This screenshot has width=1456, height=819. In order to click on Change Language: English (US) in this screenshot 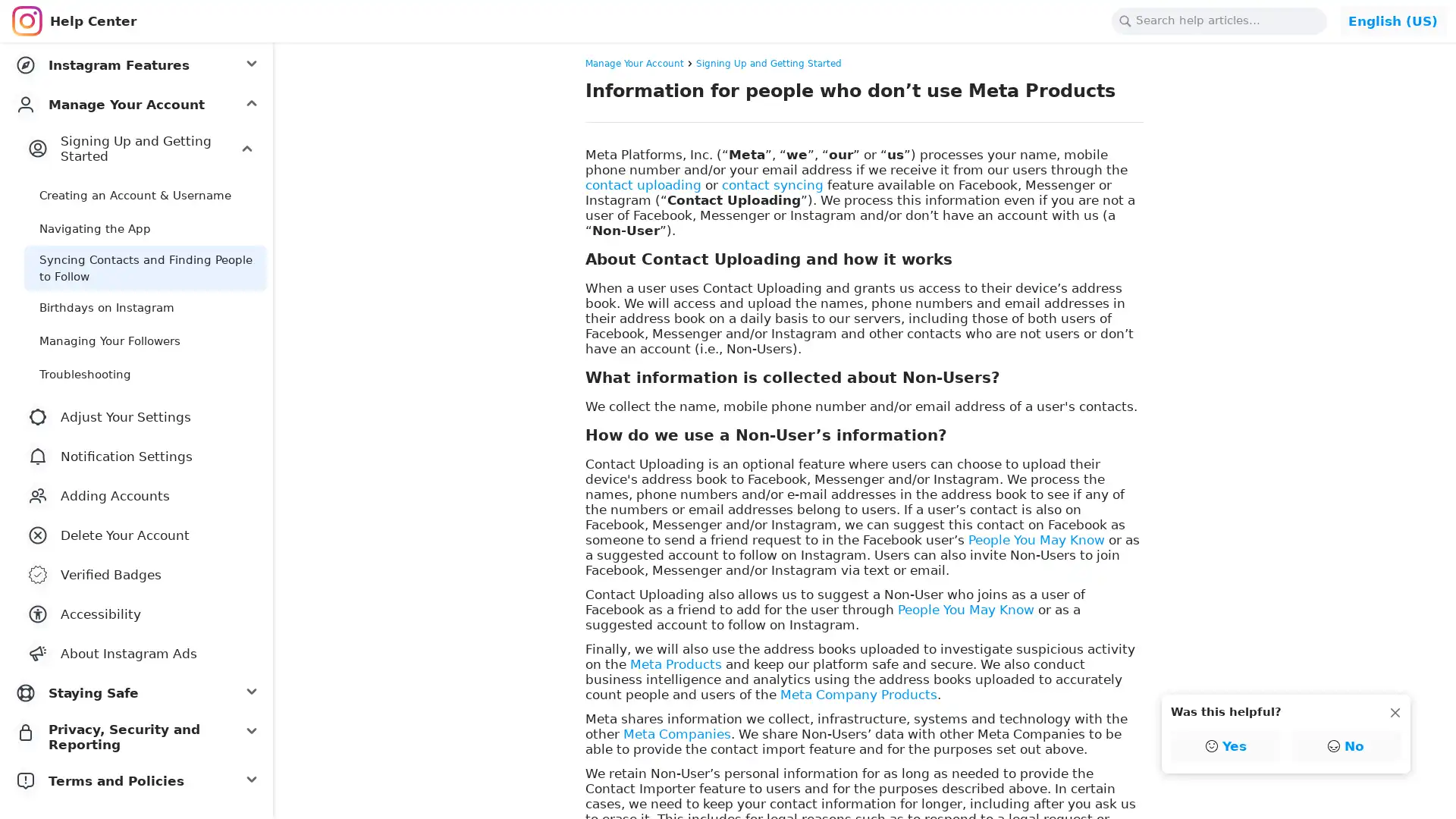, I will do `click(1393, 20)`.